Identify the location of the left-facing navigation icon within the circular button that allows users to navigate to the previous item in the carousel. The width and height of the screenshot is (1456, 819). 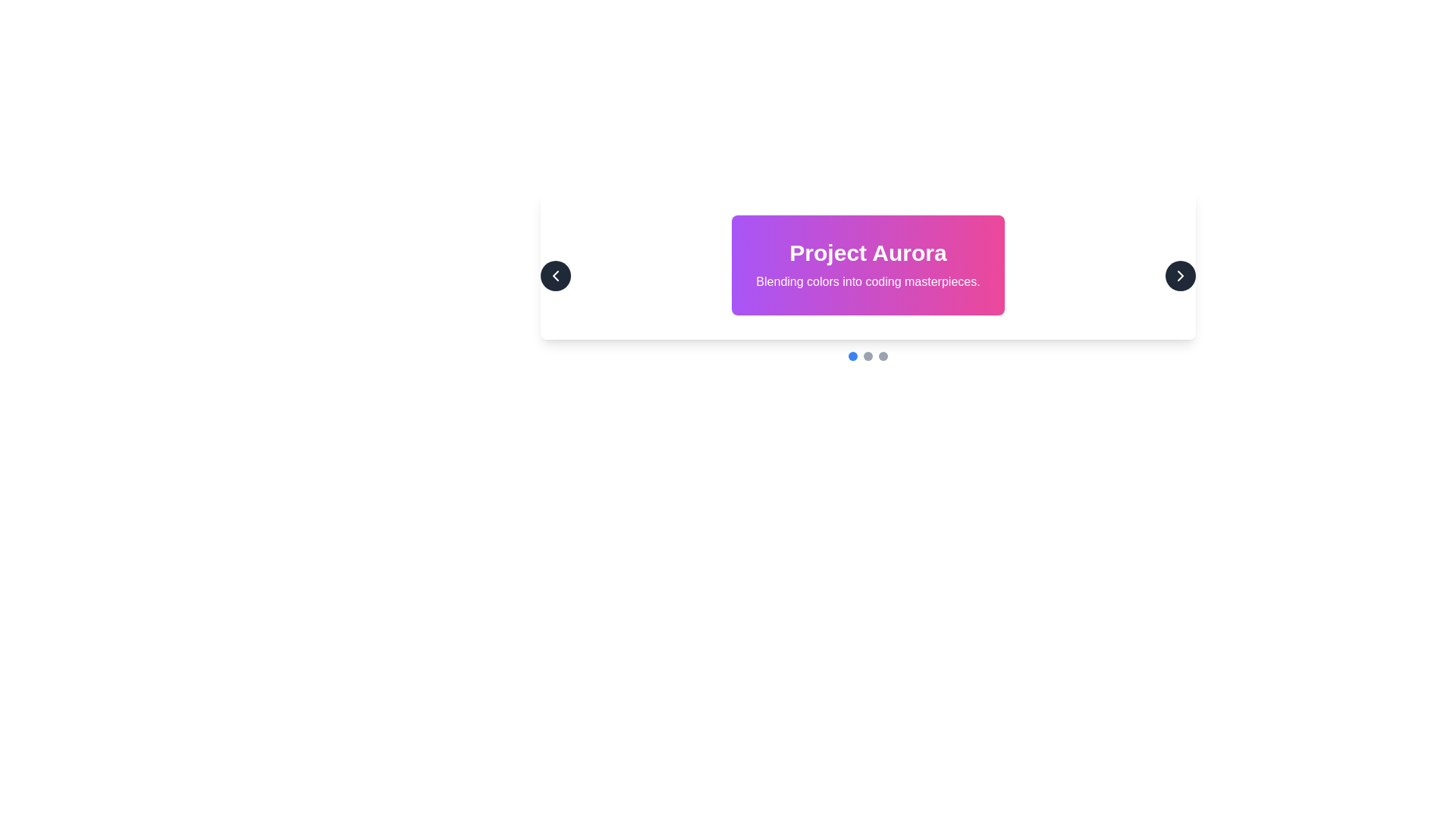
(555, 275).